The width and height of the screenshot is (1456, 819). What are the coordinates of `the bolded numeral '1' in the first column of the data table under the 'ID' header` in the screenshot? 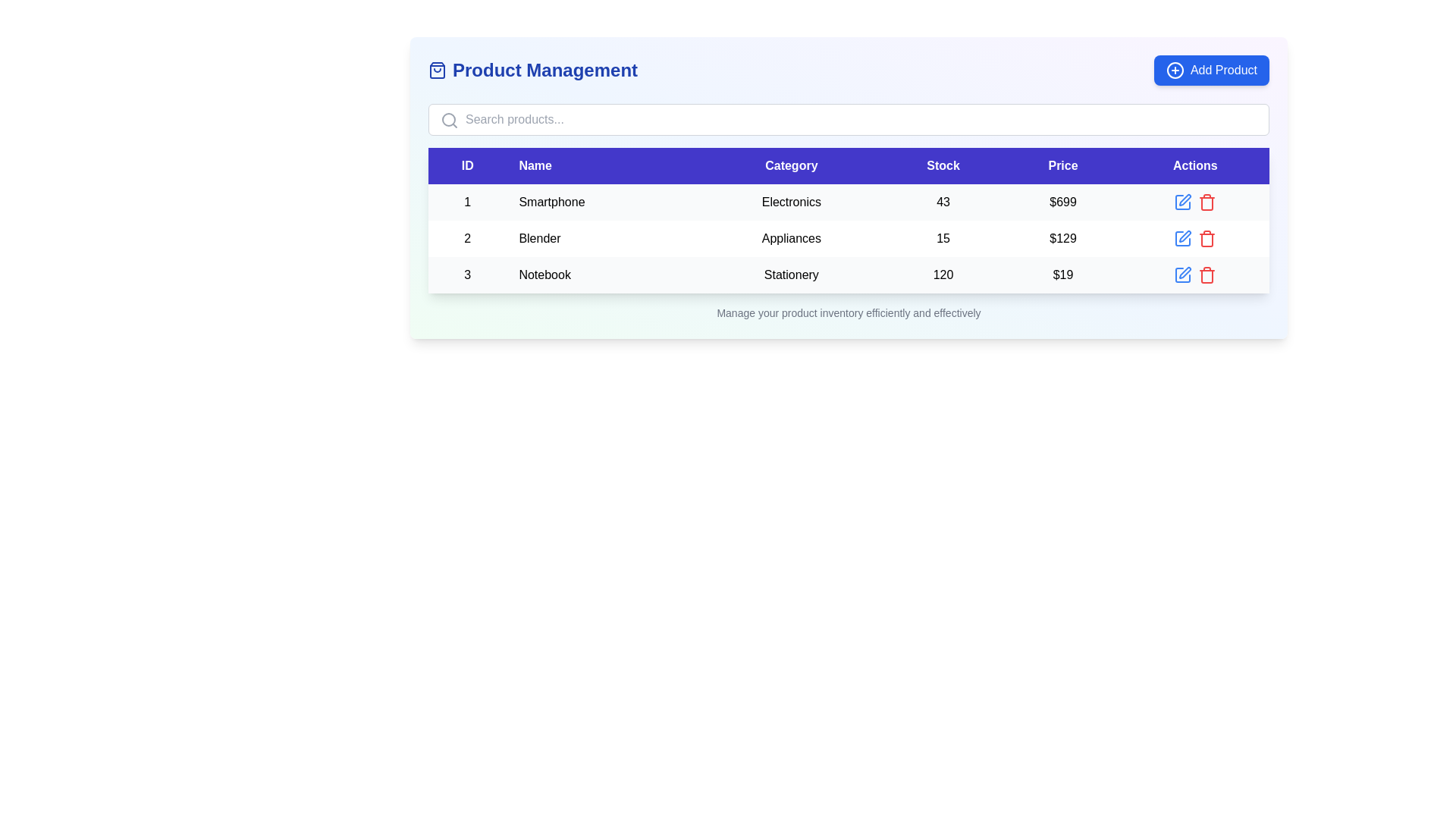 It's located at (466, 201).